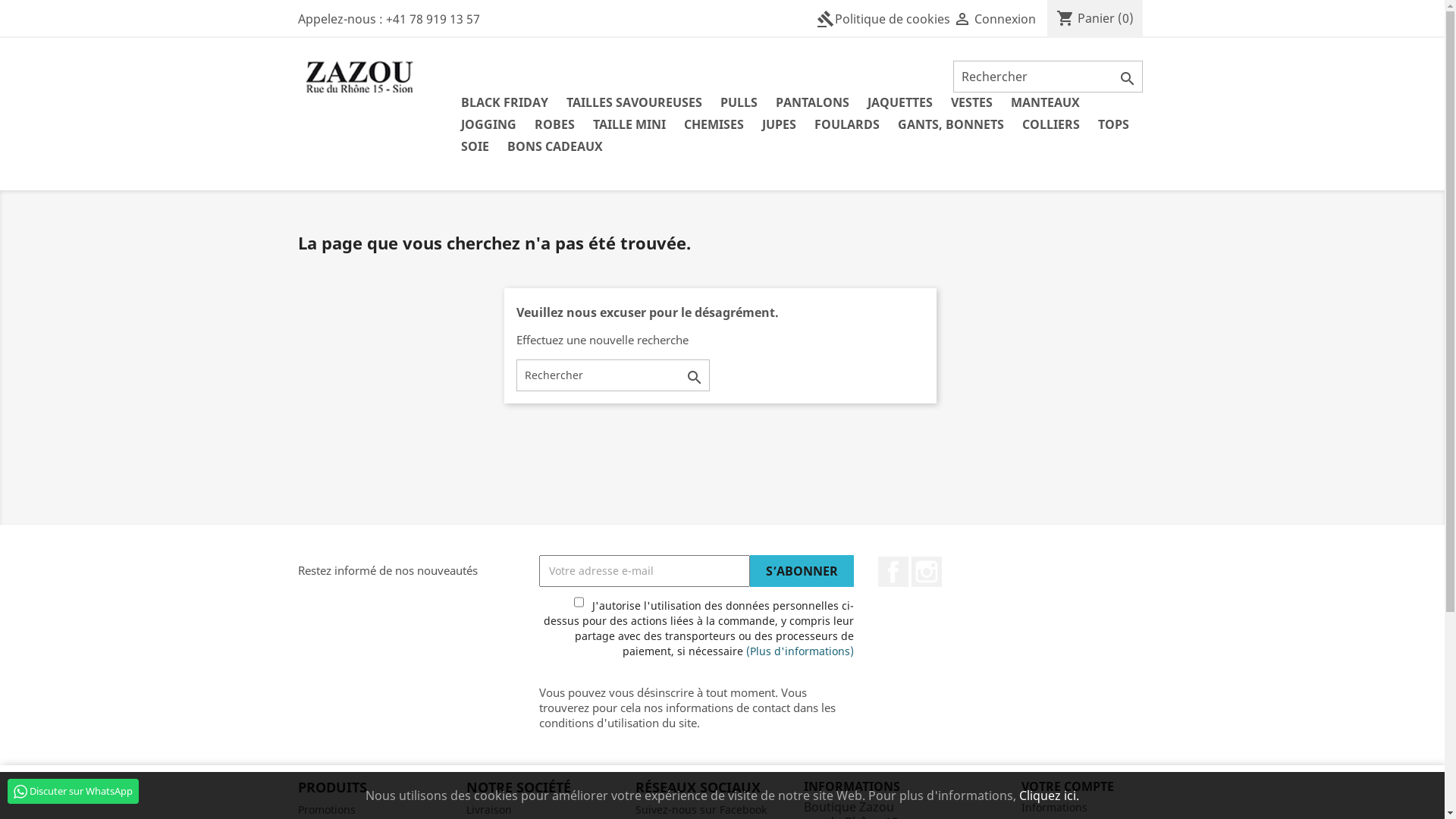 This screenshot has height=819, width=1456. I want to click on 'SOIE', so click(474, 147).